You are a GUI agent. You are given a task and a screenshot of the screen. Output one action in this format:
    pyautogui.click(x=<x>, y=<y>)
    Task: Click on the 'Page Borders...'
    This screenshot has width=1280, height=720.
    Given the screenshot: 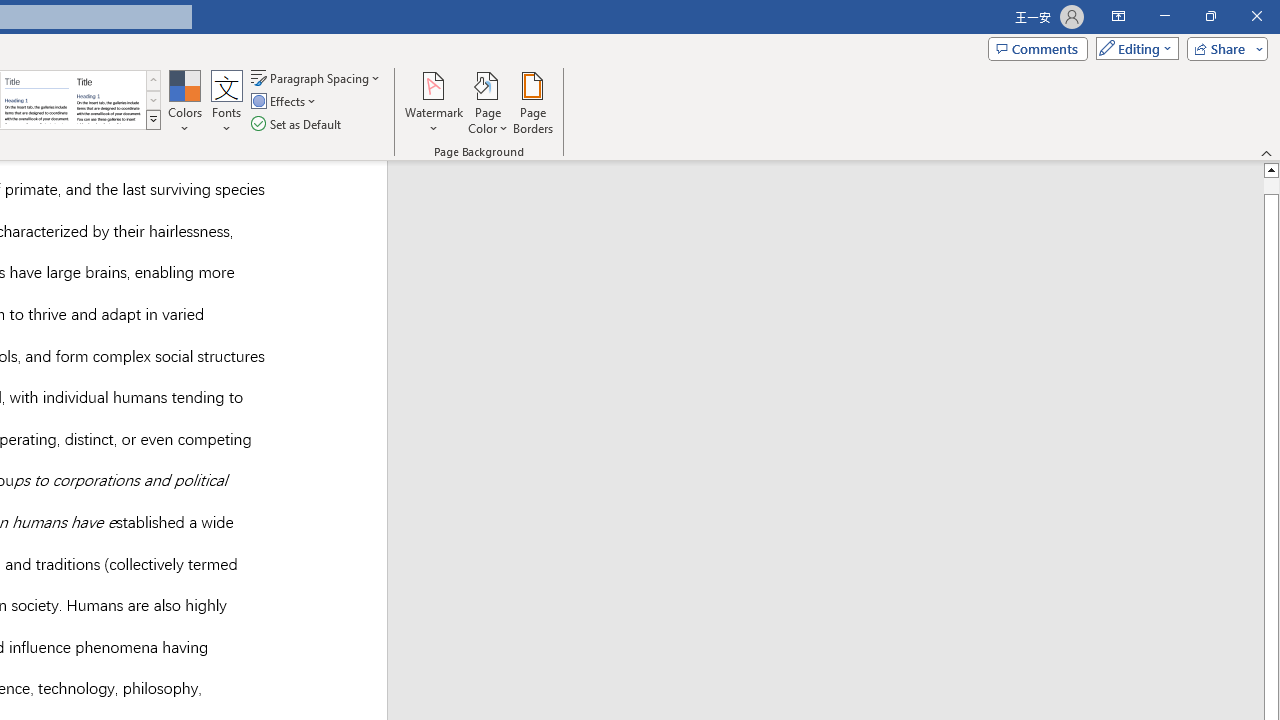 What is the action you would take?
    pyautogui.click(x=533, y=103)
    